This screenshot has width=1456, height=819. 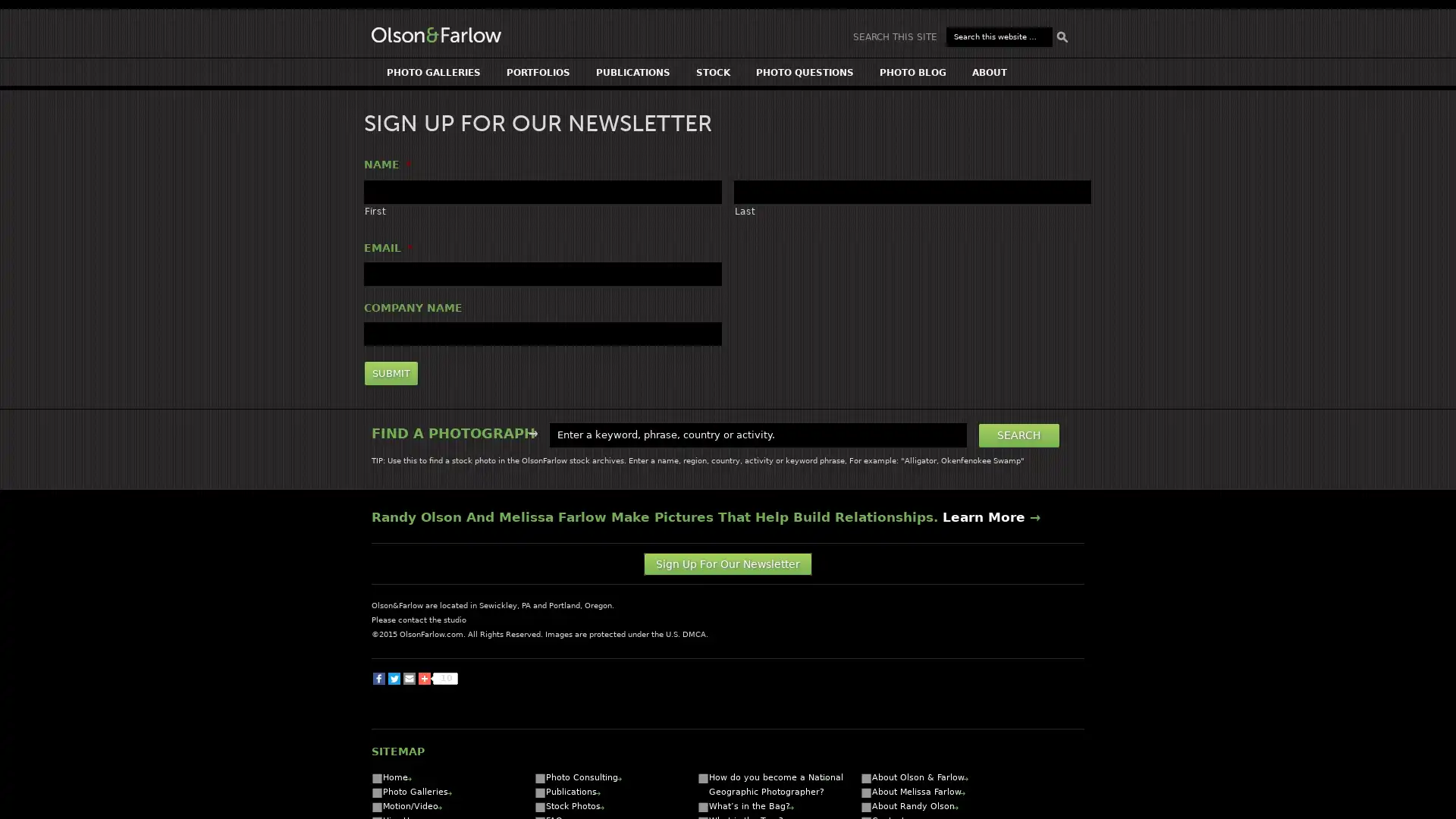 What do you see at coordinates (1019, 435) in the screenshot?
I see `Search` at bounding box center [1019, 435].